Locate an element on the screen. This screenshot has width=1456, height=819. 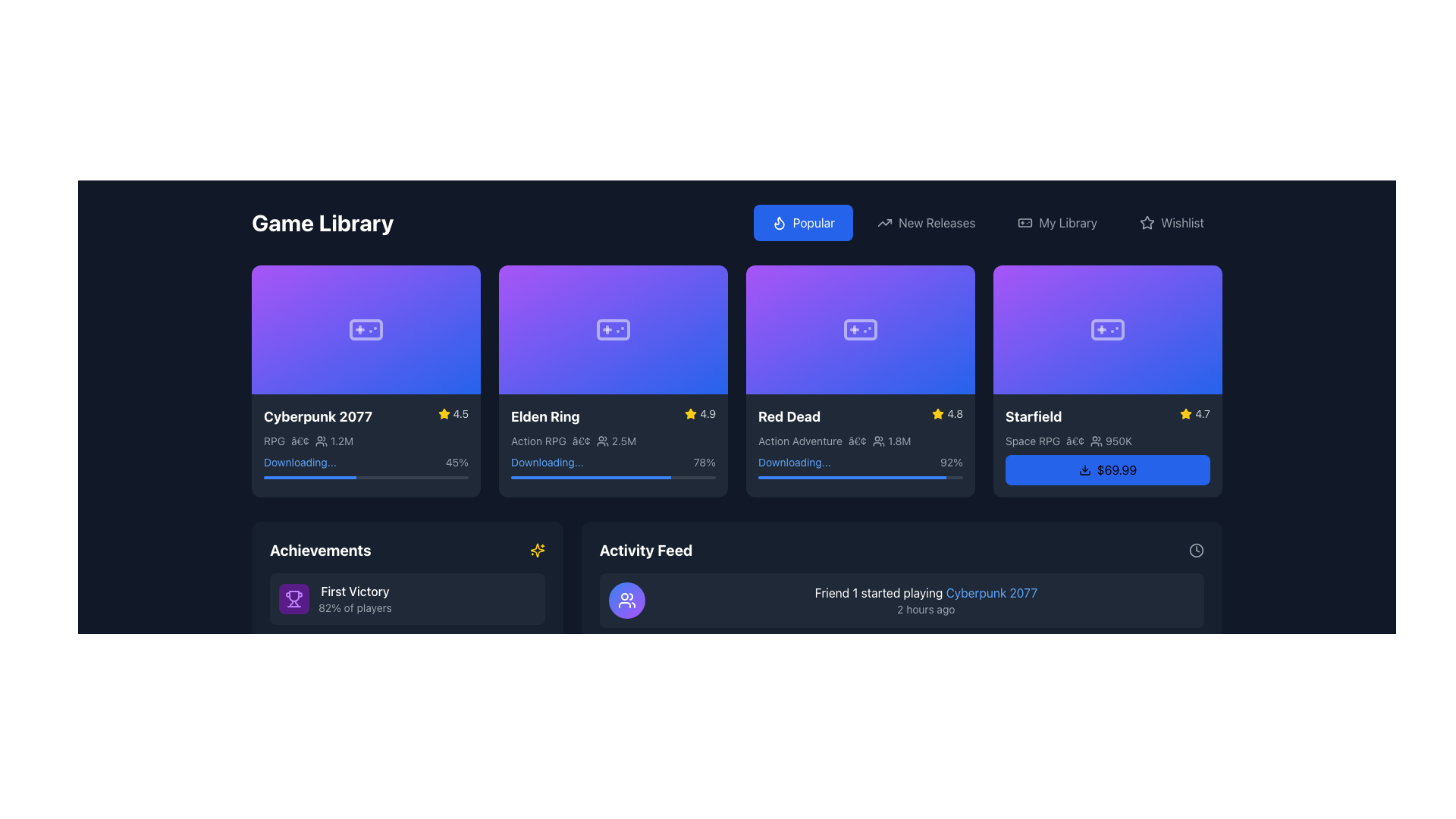
the text block displaying '1.2M' with a user icon, located in the first card titled 'Cyberpunk 2077' in the Game Library section is located at coordinates (334, 441).